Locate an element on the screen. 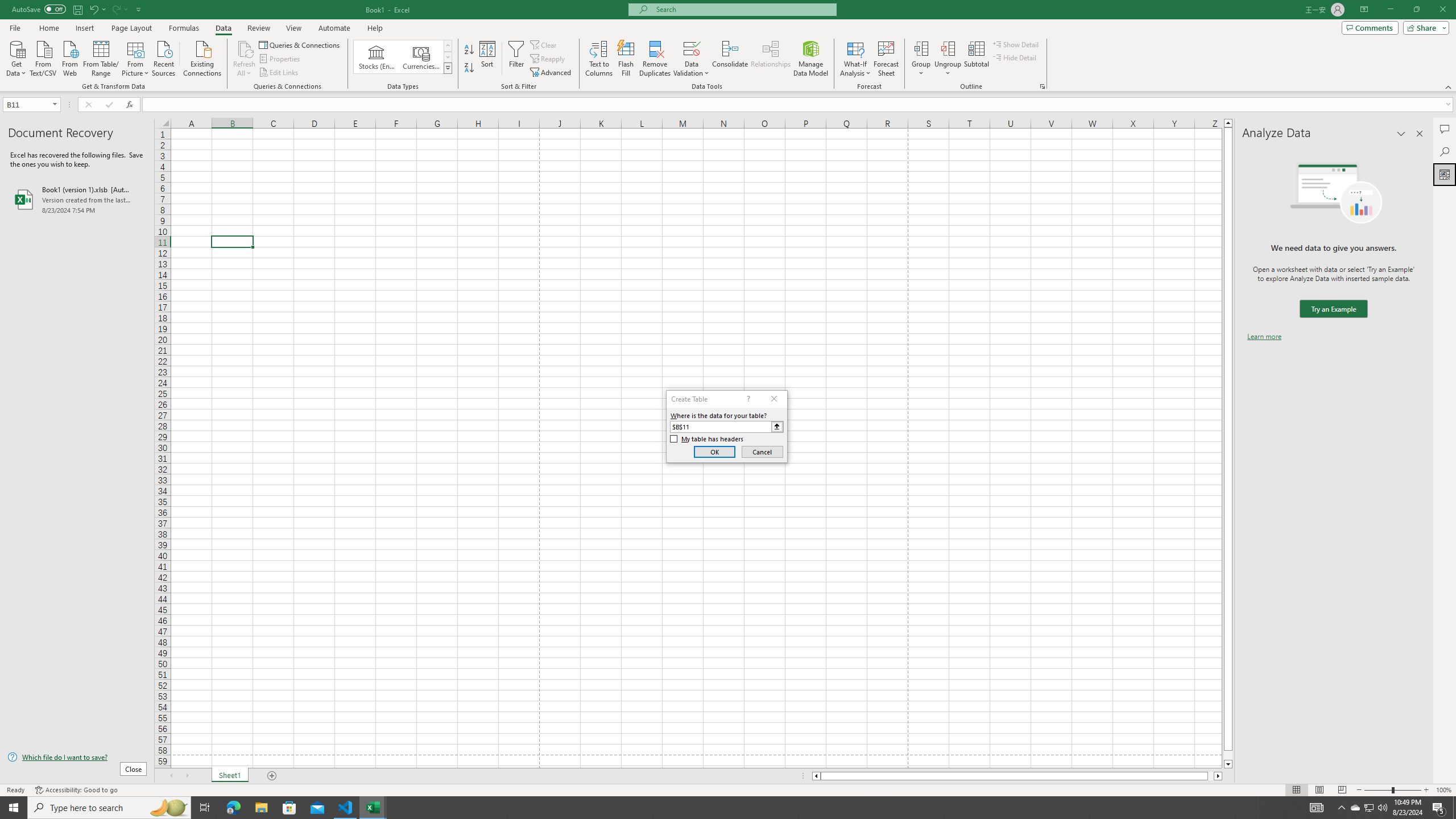 The image size is (1456, 819). 'AutomationID: ConvertToLinkedEntity' is located at coordinates (403, 56).